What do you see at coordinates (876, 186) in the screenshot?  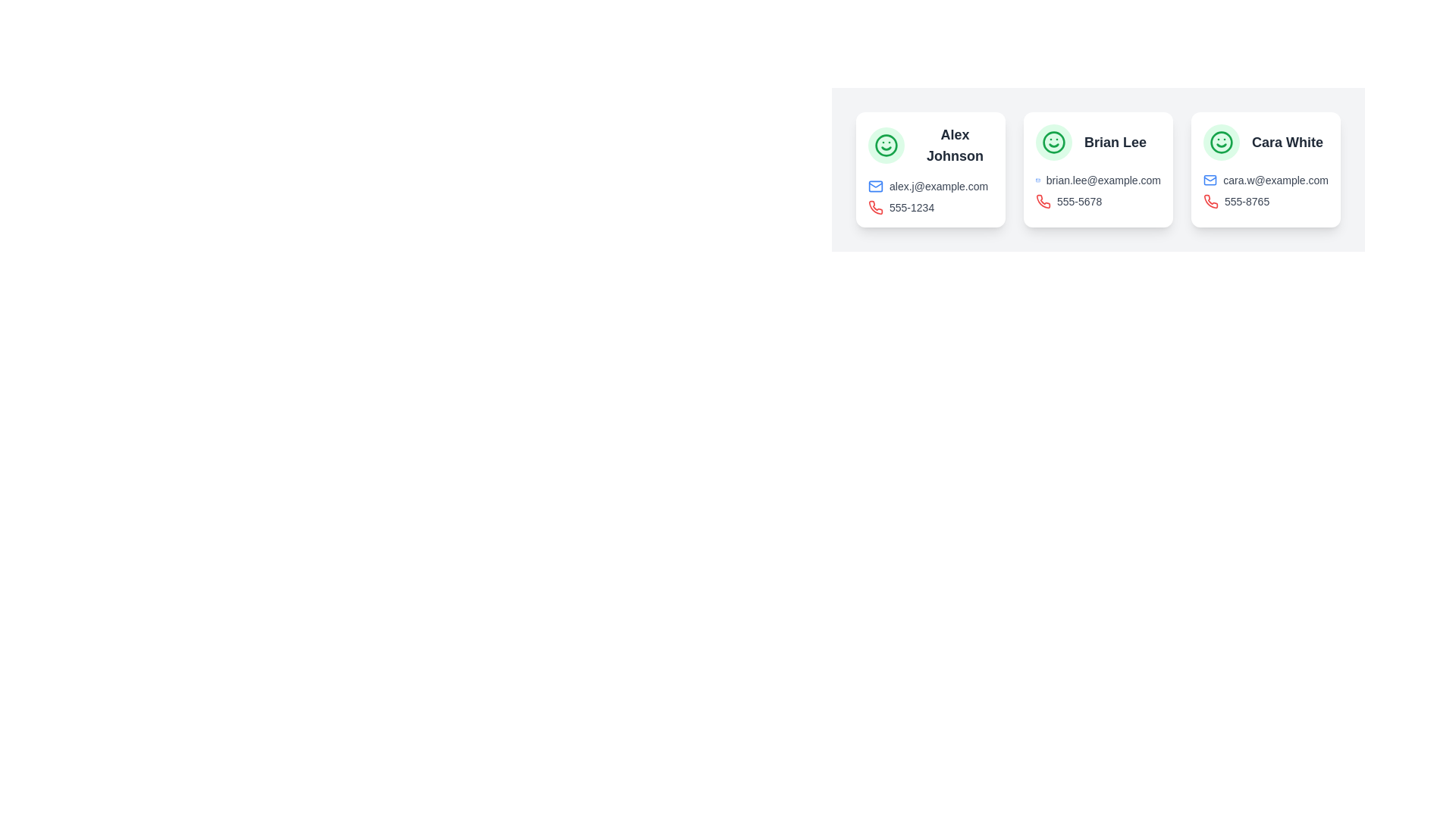 I see `the graphic element representing the mail envelope icon for Alex Johnson` at bounding box center [876, 186].